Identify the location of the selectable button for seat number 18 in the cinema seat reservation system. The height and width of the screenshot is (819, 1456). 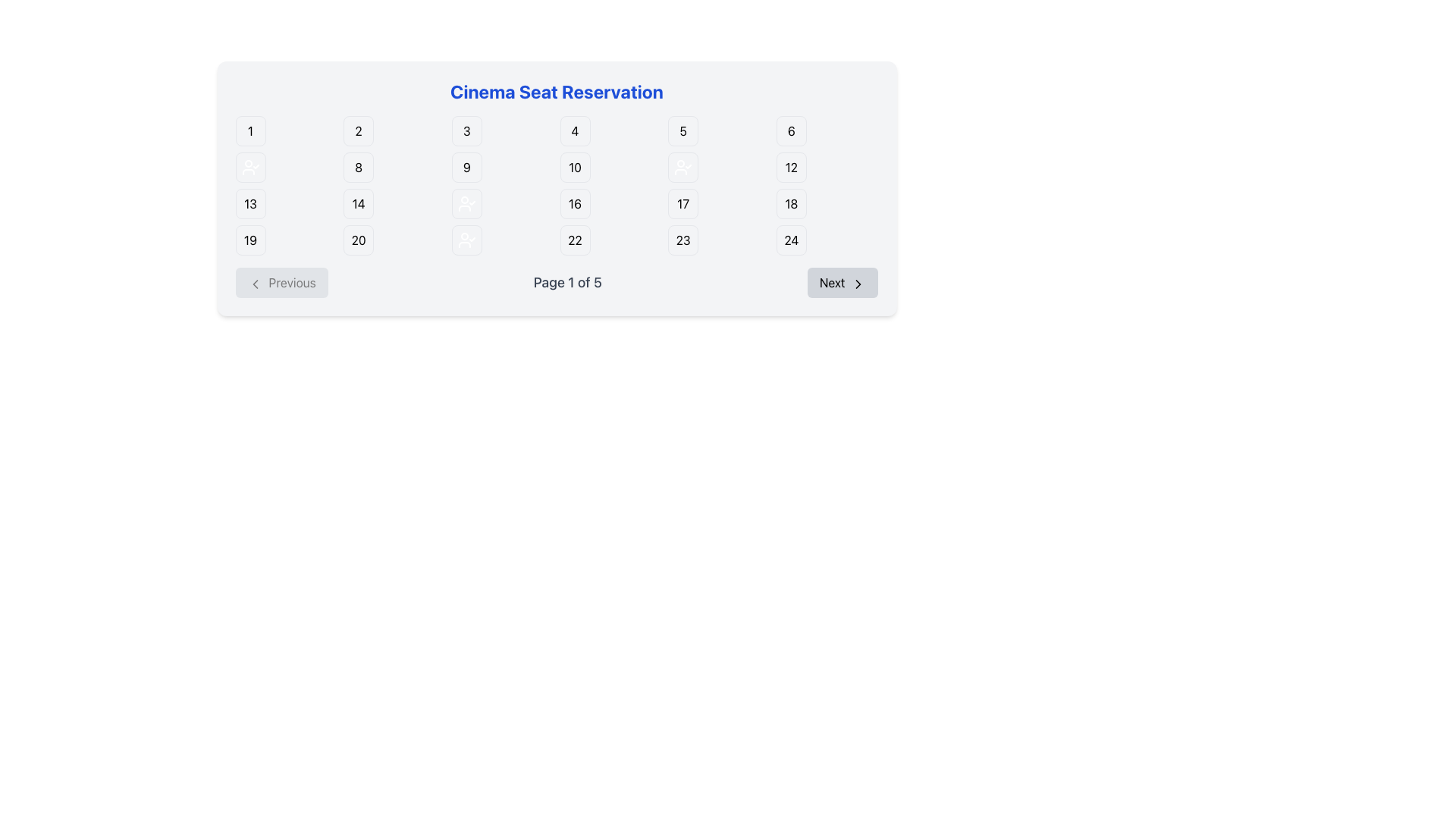
(790, 203).